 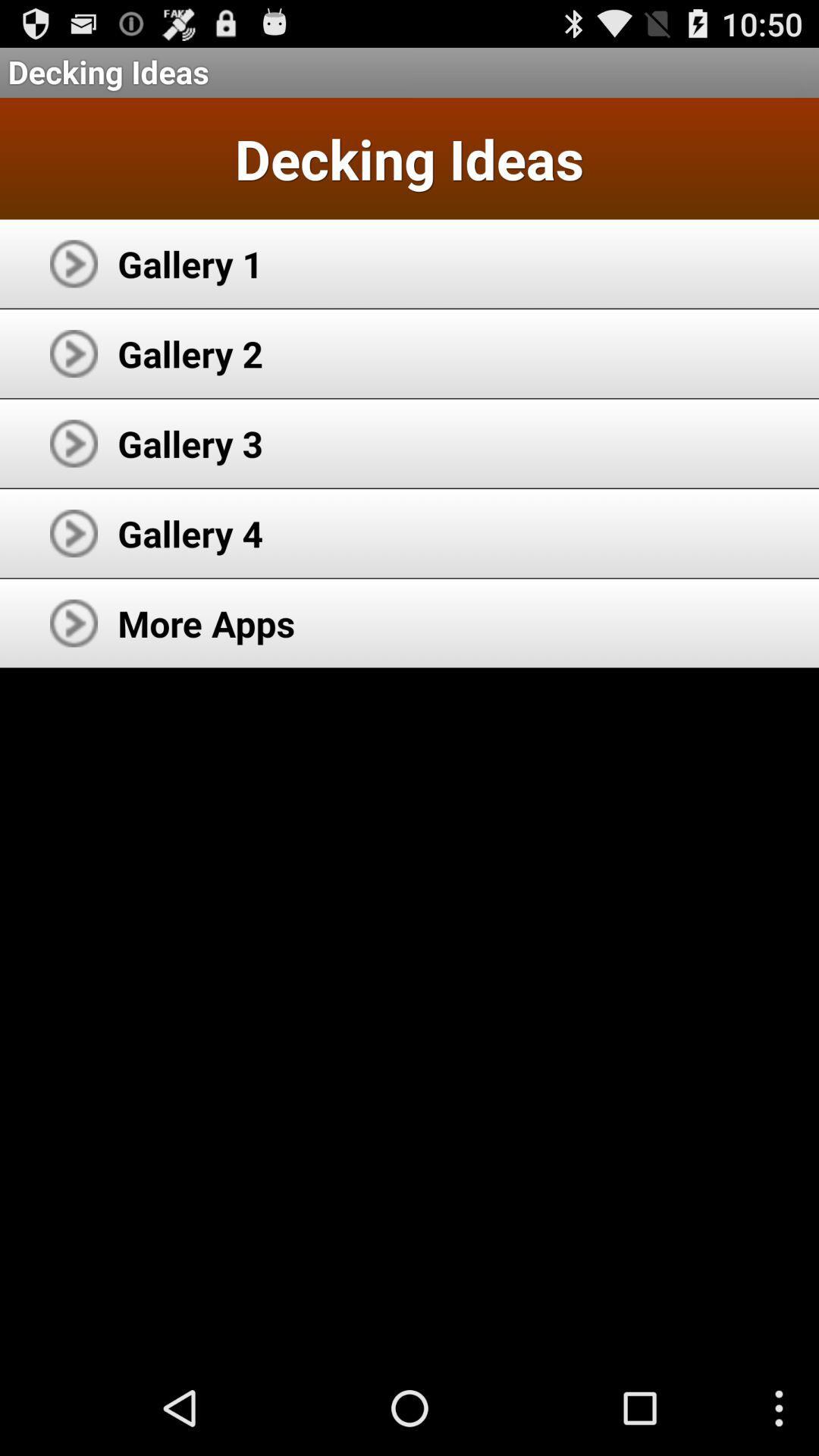 What do you see at coordinates (206, 623) in the screenshot?
I see `the app below the gallery 4 icon` at bounding box center [206, 623].